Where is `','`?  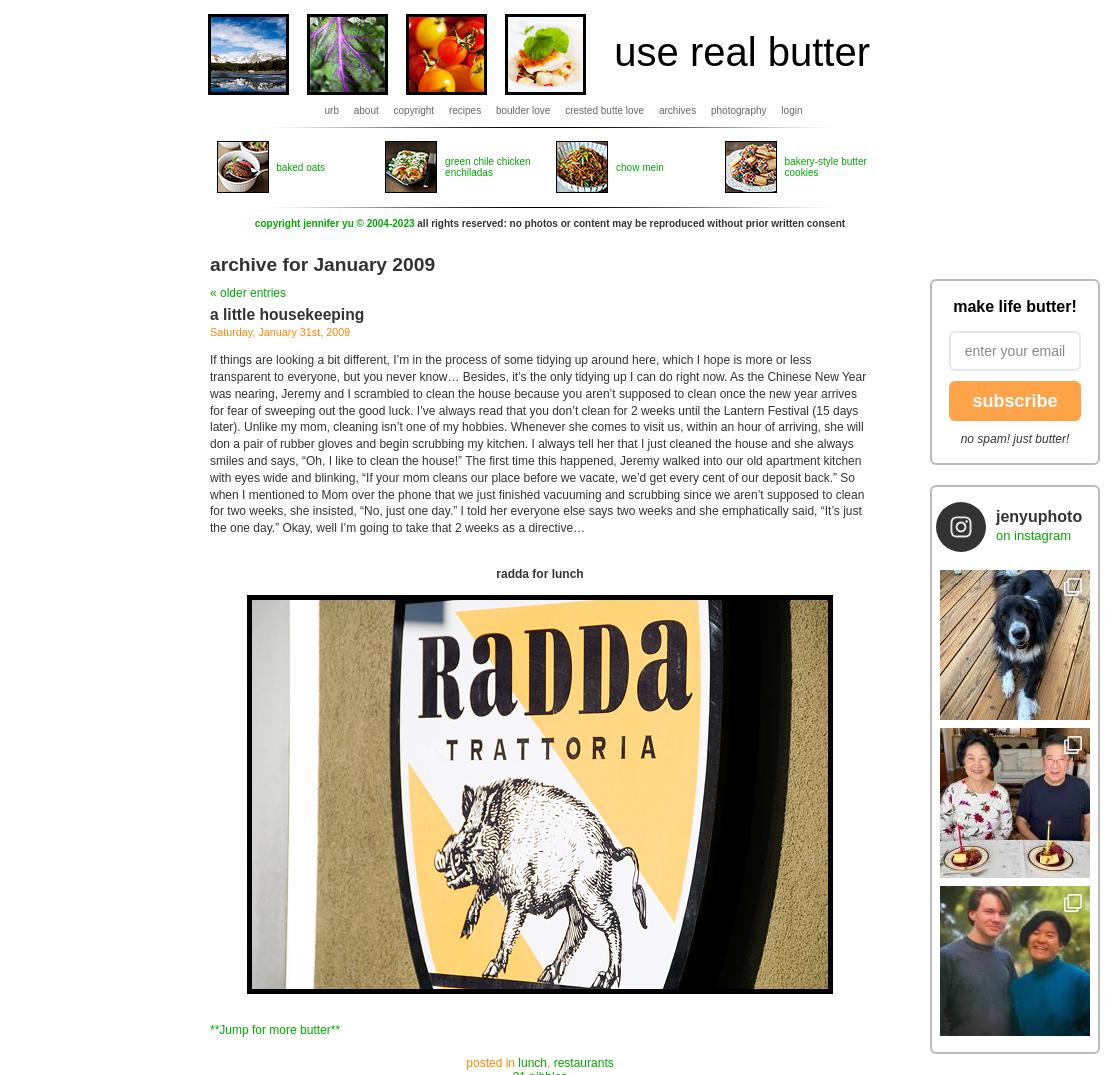 ',' is located at coordinates (549, 1062).